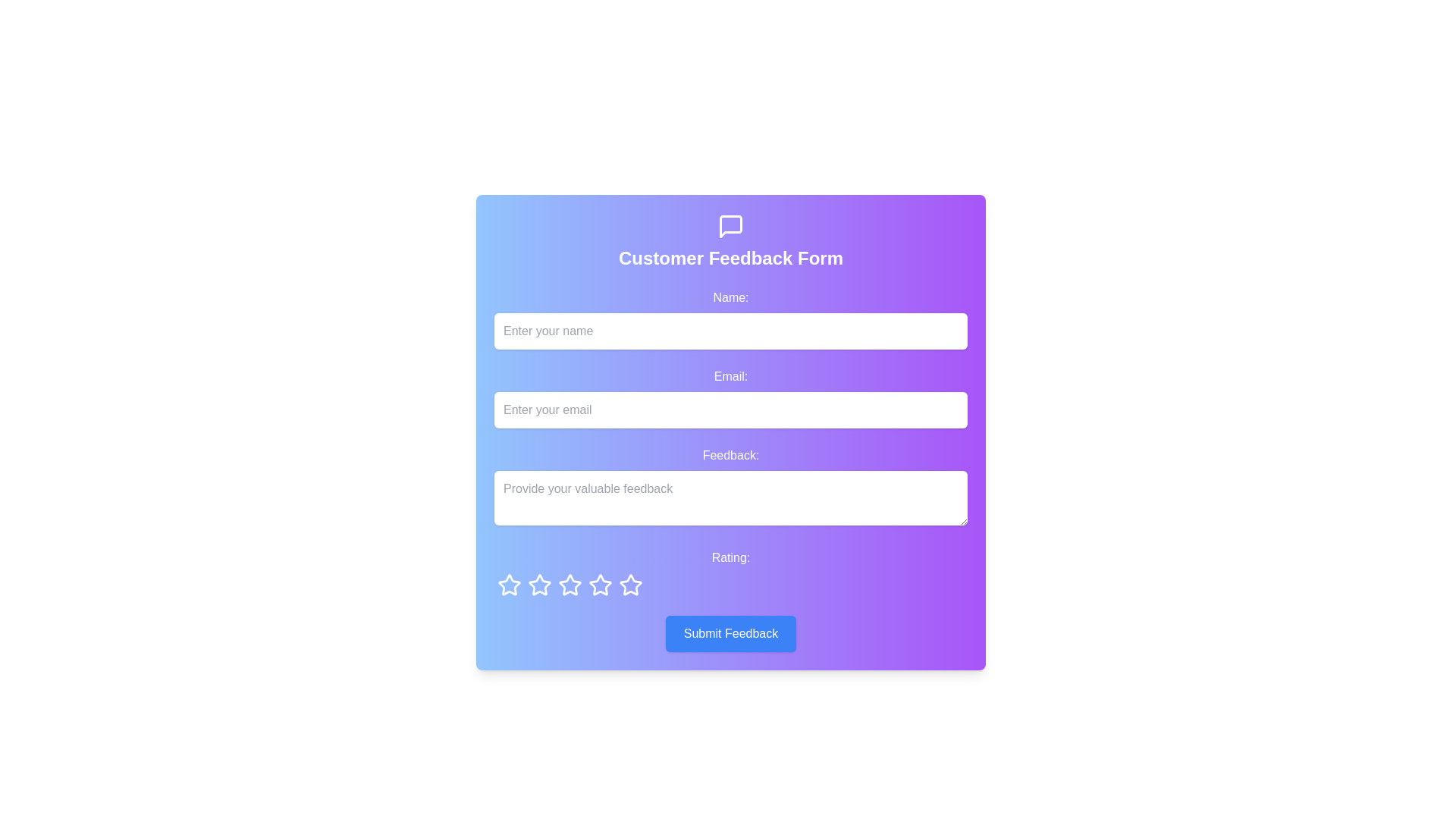  I want to click on the first star-shaped Rating icon with thick white borders located against a blue background, so click(510, 584).